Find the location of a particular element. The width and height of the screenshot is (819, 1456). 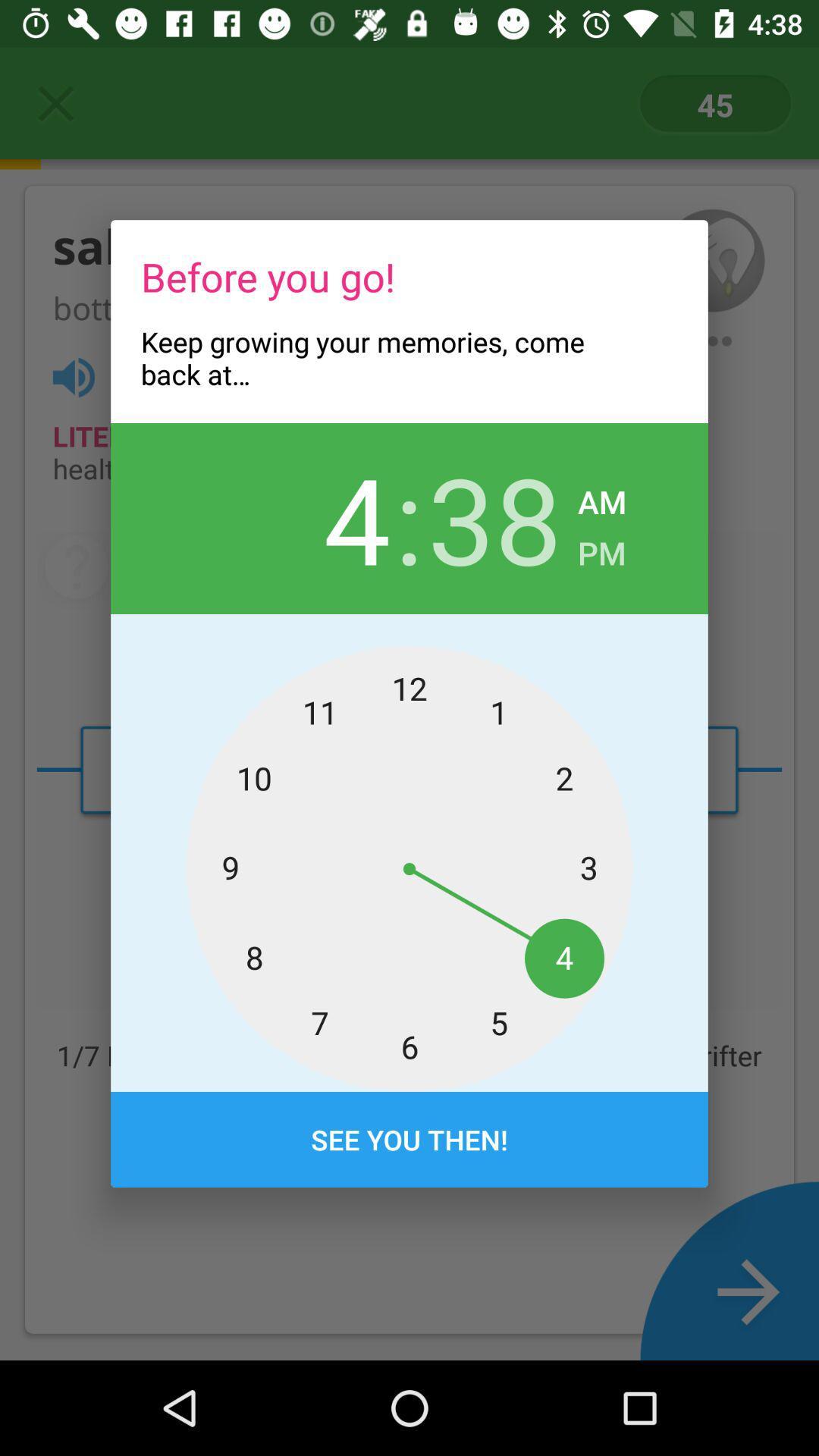

item to the right of 38 item is located at coordinates (601, 548).